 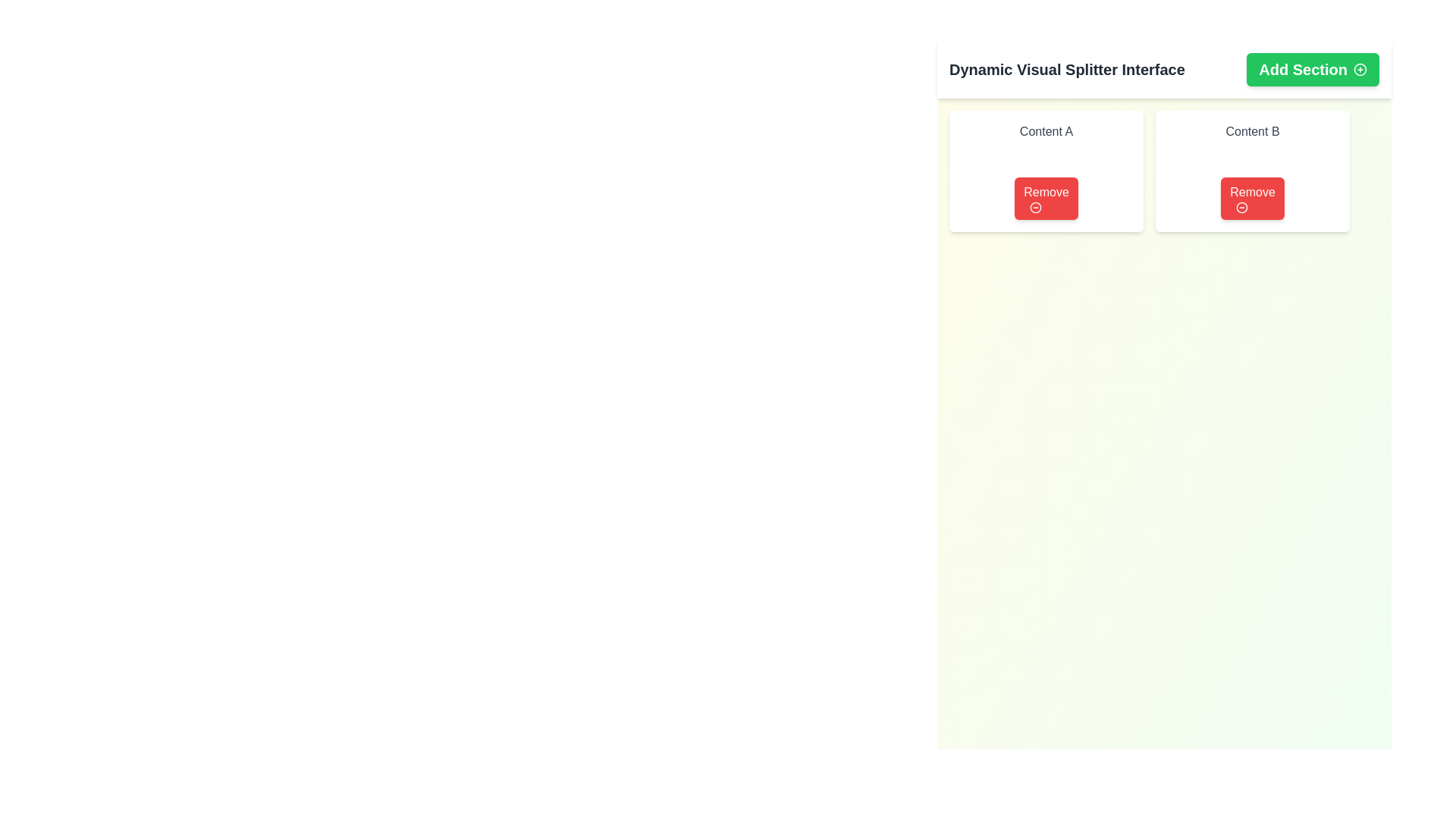 I want to click on the circular graphic within the SVG that represents the Remove button for Content B, located on the right side of the interface, so click(x=1035, y=207).